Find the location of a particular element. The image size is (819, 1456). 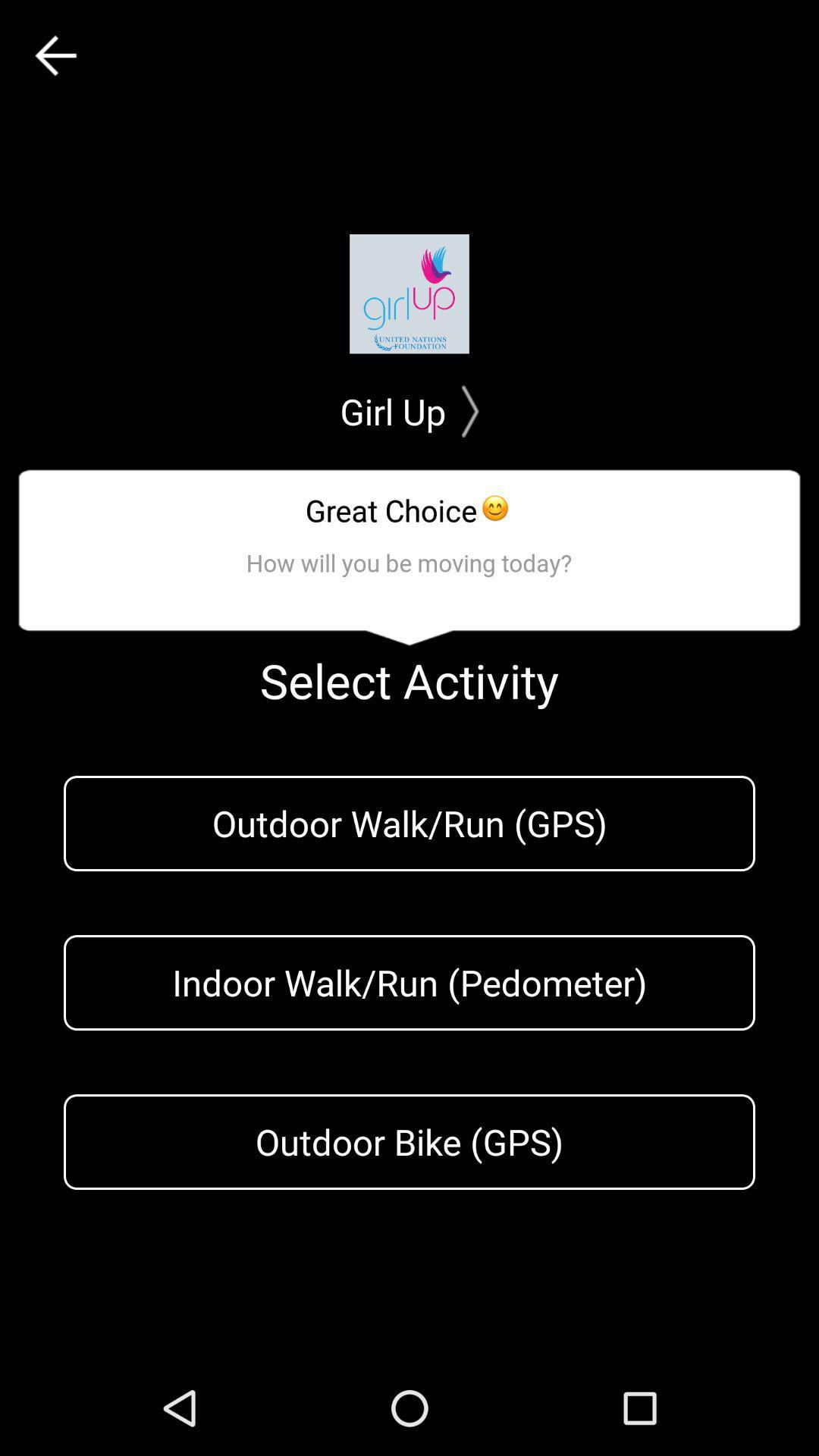

girl up item is located at coordinates (409, 411).